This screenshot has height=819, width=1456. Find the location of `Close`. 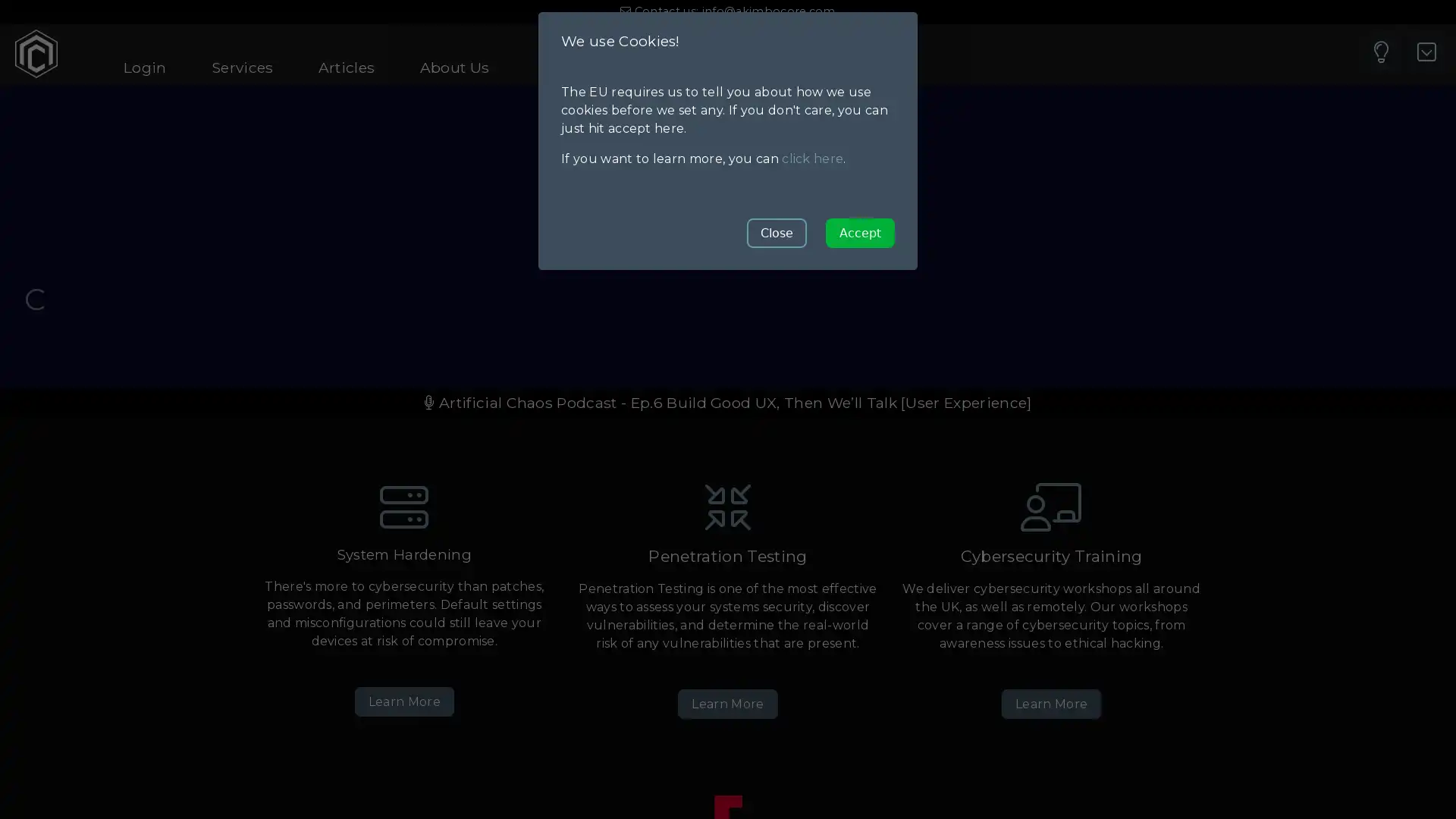

Close is located at coordinates (776, 233).